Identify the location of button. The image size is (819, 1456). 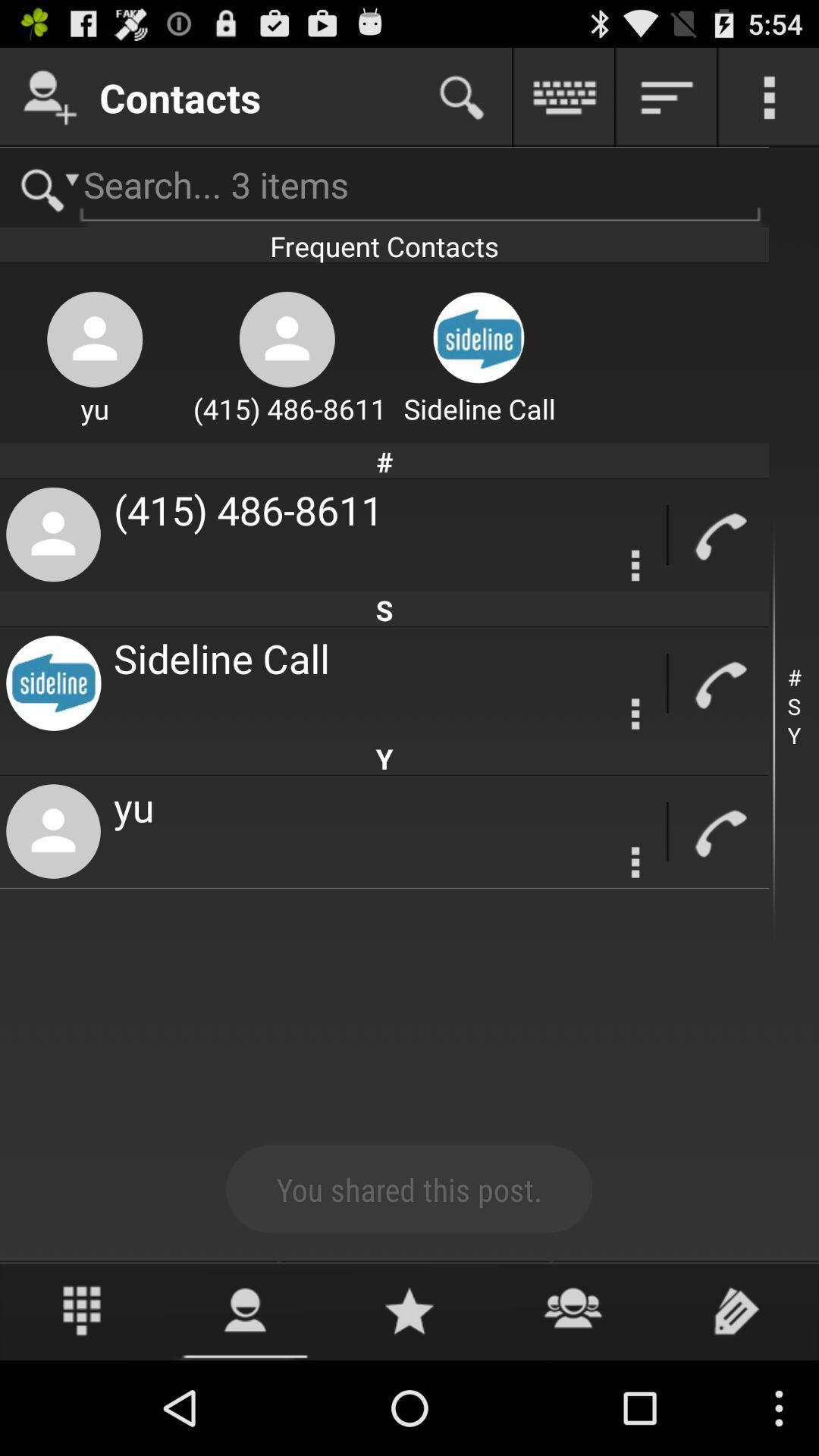
(666, 96).